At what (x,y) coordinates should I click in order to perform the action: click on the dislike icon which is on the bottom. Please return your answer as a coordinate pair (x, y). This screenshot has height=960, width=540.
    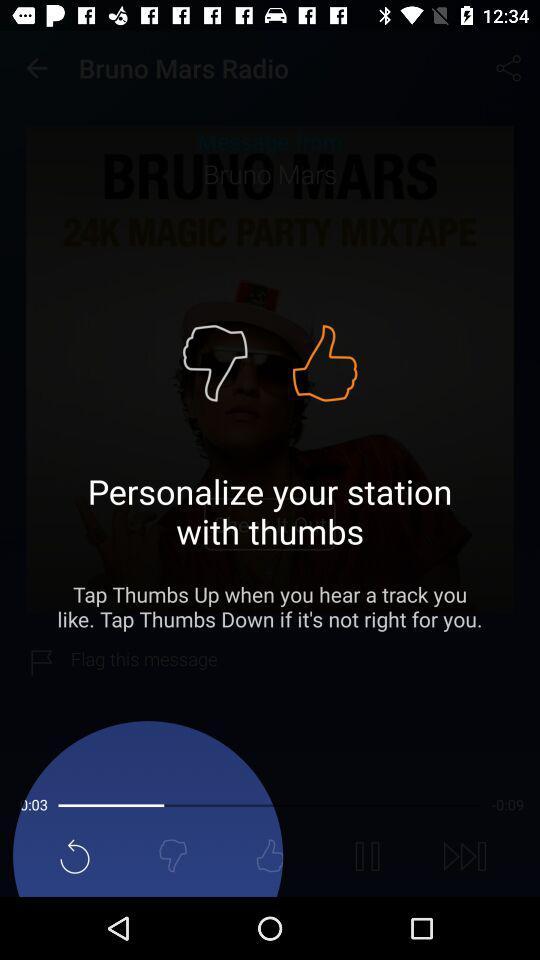
    Looking at the image, I should click on (172, 855).